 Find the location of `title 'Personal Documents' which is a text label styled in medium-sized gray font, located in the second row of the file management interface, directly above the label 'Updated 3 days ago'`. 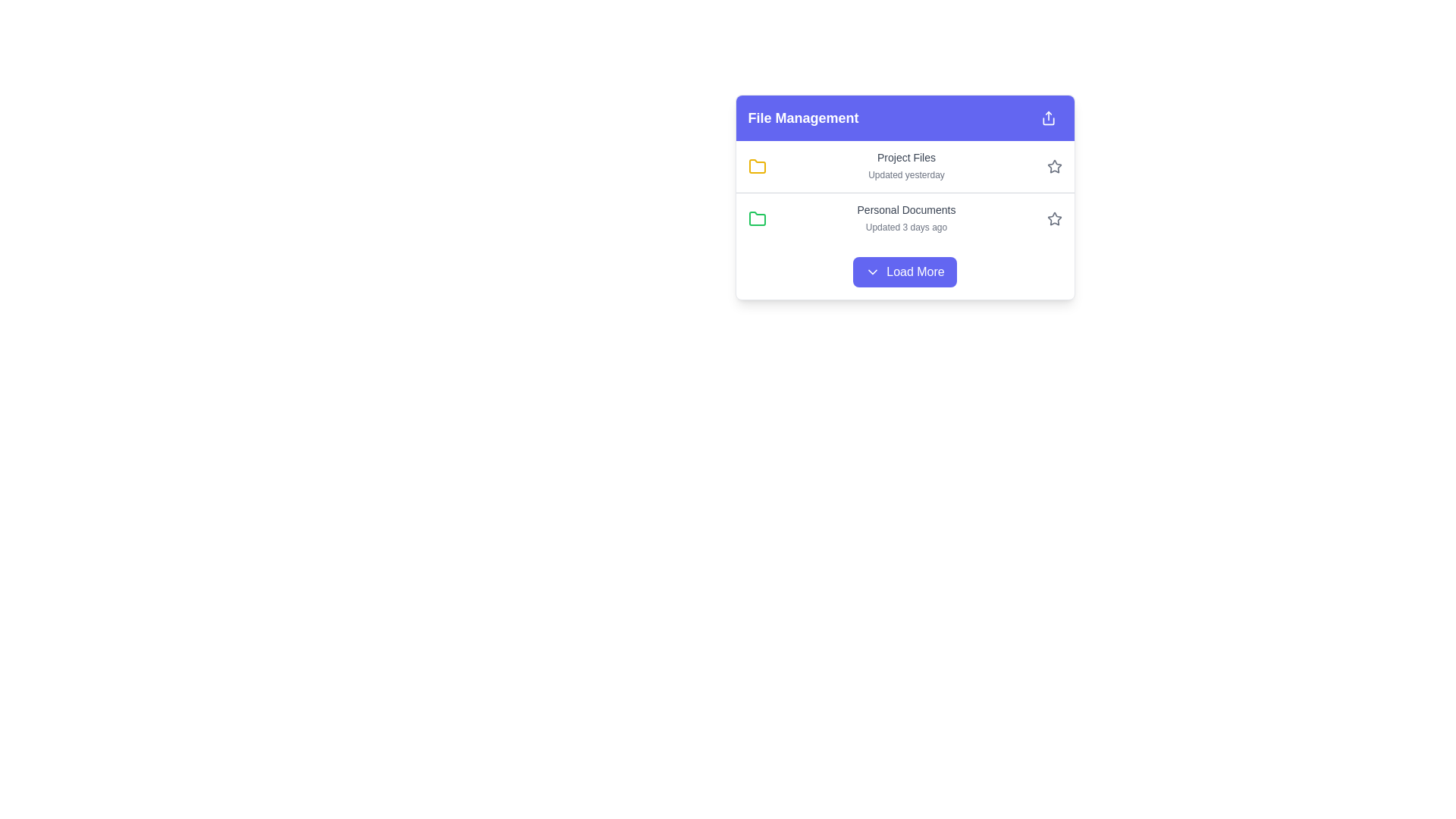

title 'Personal Documents' which is a text label styled in medium-sized gray font, located in the second row of the file management interface, directly above the label 'Updated 3 days ago' is located at coordinates (906, 210).